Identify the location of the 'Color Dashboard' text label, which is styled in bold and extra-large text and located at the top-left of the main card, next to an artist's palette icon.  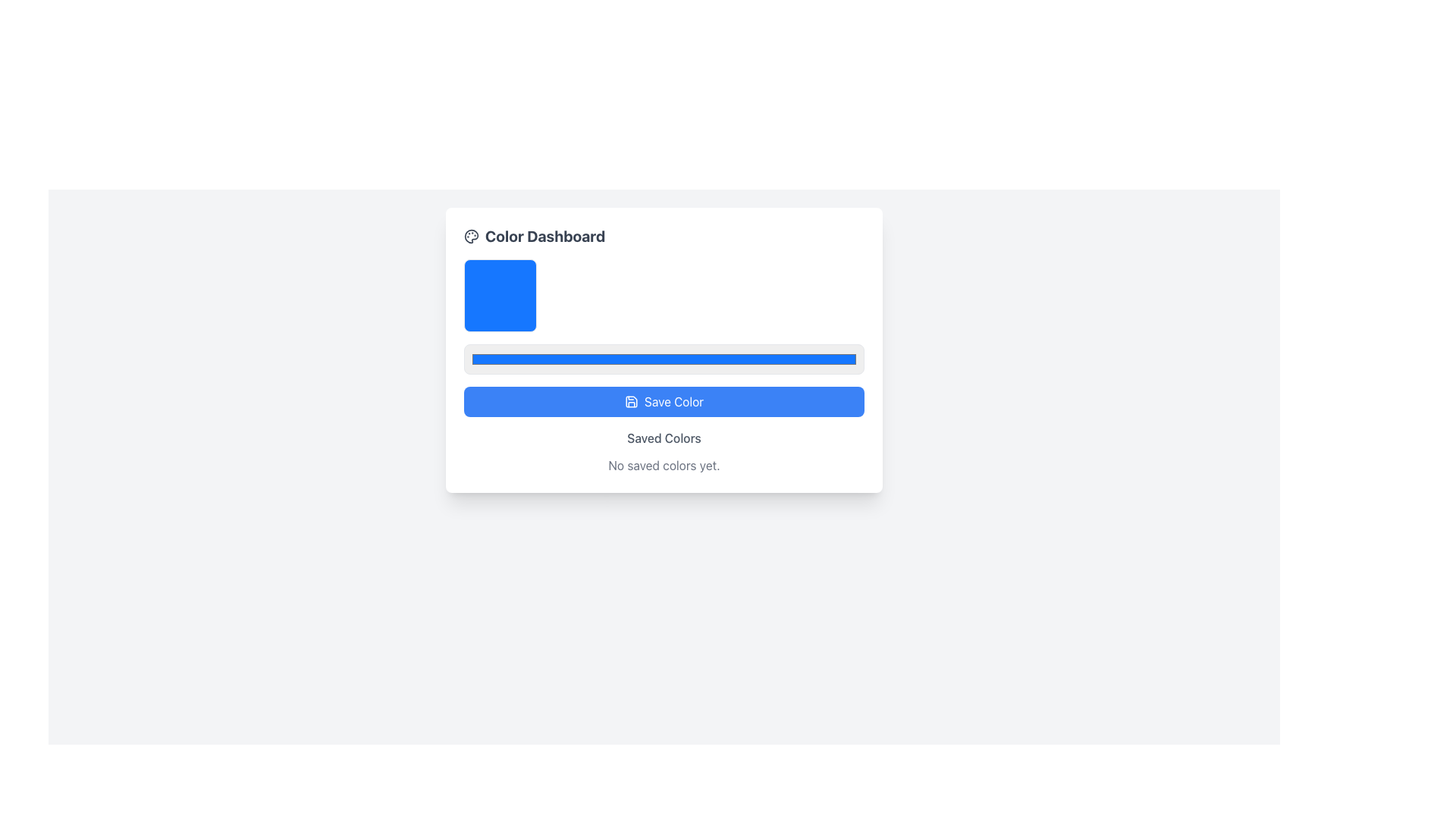
(535, 237).